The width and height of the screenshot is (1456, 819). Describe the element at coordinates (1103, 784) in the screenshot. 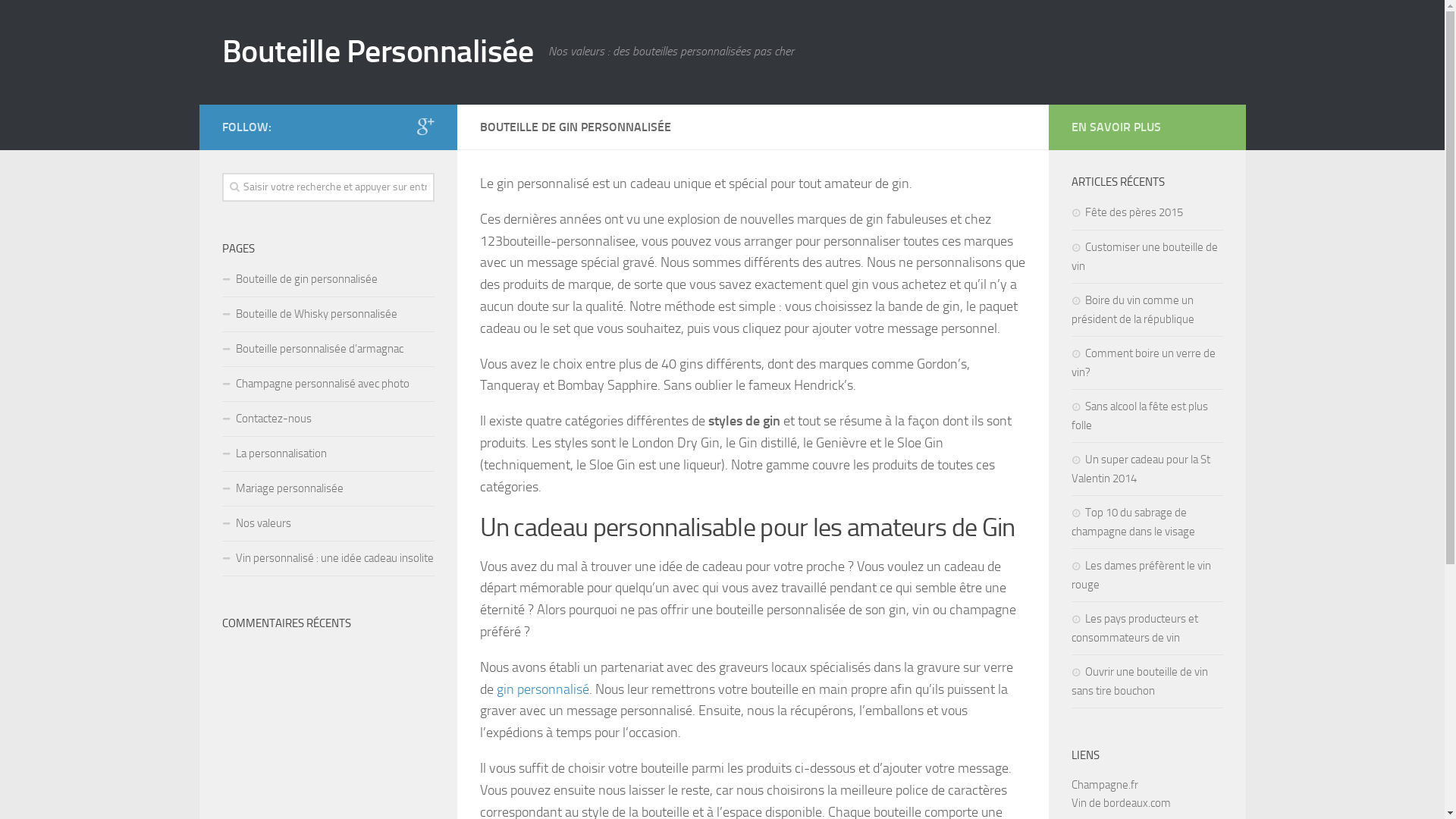

I see `'Champagne.fr'` at that location.